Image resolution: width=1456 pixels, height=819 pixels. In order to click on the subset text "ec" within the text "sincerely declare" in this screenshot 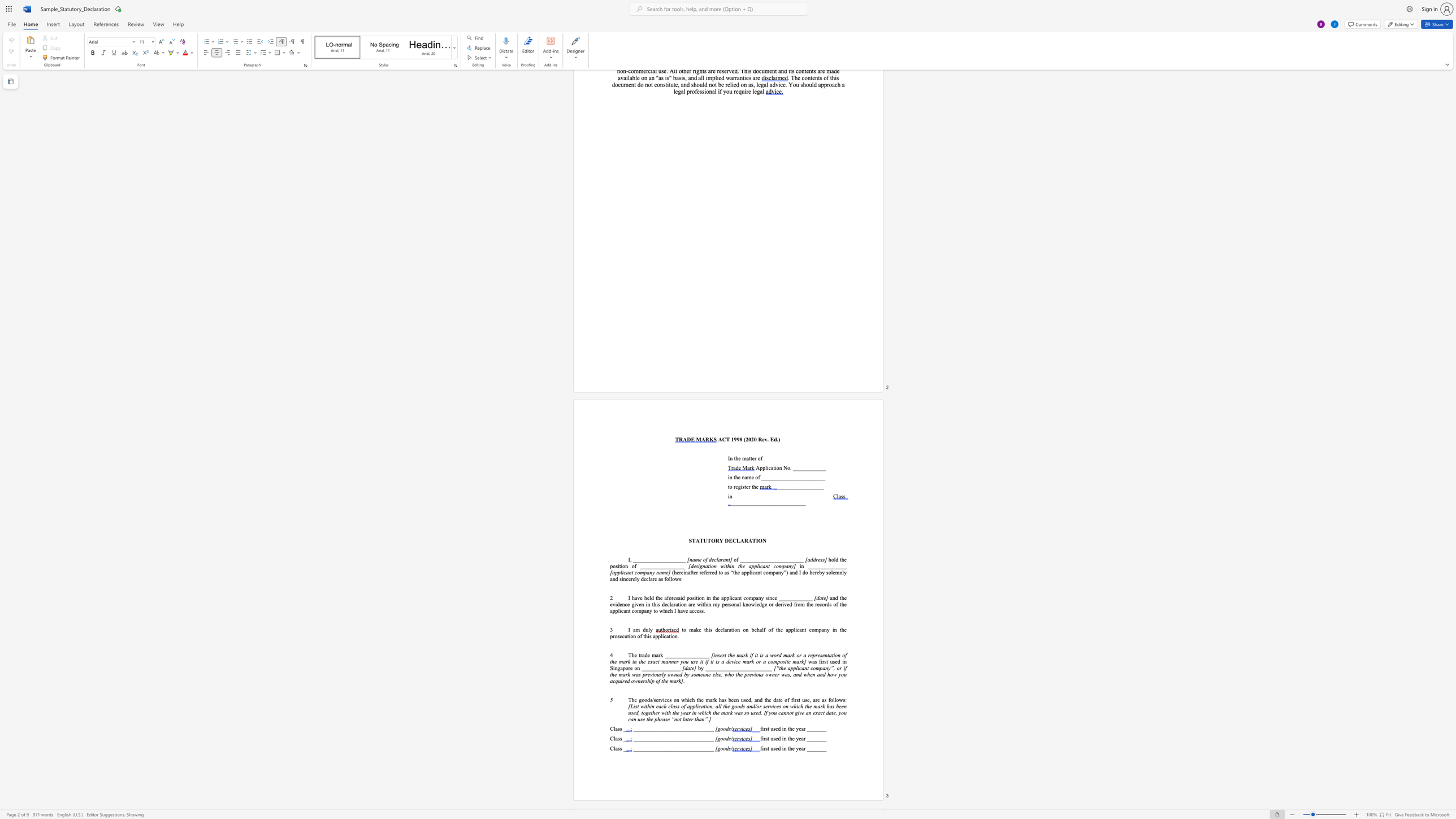, I will do `click(643, 578)`.